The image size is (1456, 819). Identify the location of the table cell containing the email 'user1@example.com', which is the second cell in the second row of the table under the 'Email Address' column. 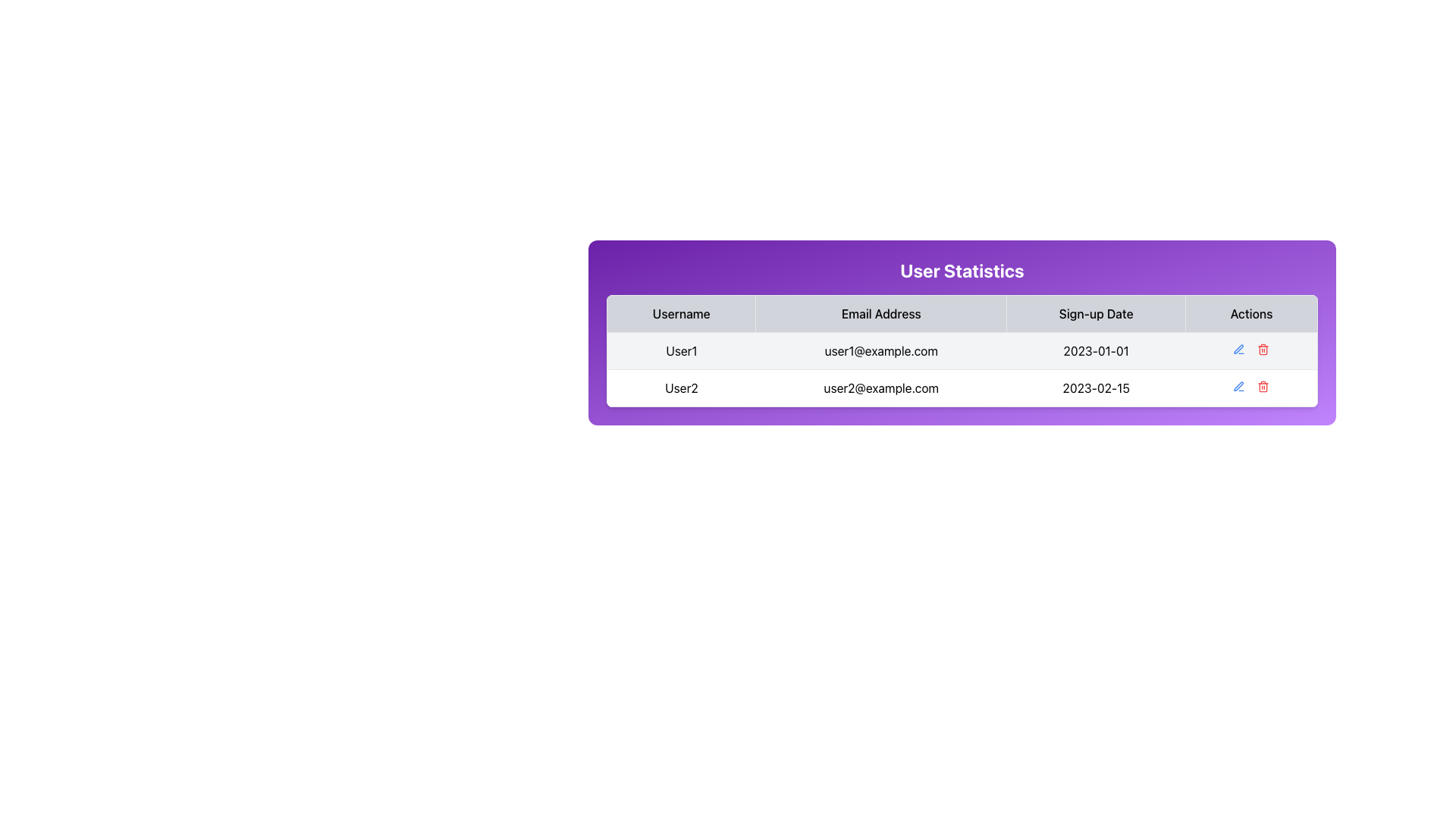
(881, 350).